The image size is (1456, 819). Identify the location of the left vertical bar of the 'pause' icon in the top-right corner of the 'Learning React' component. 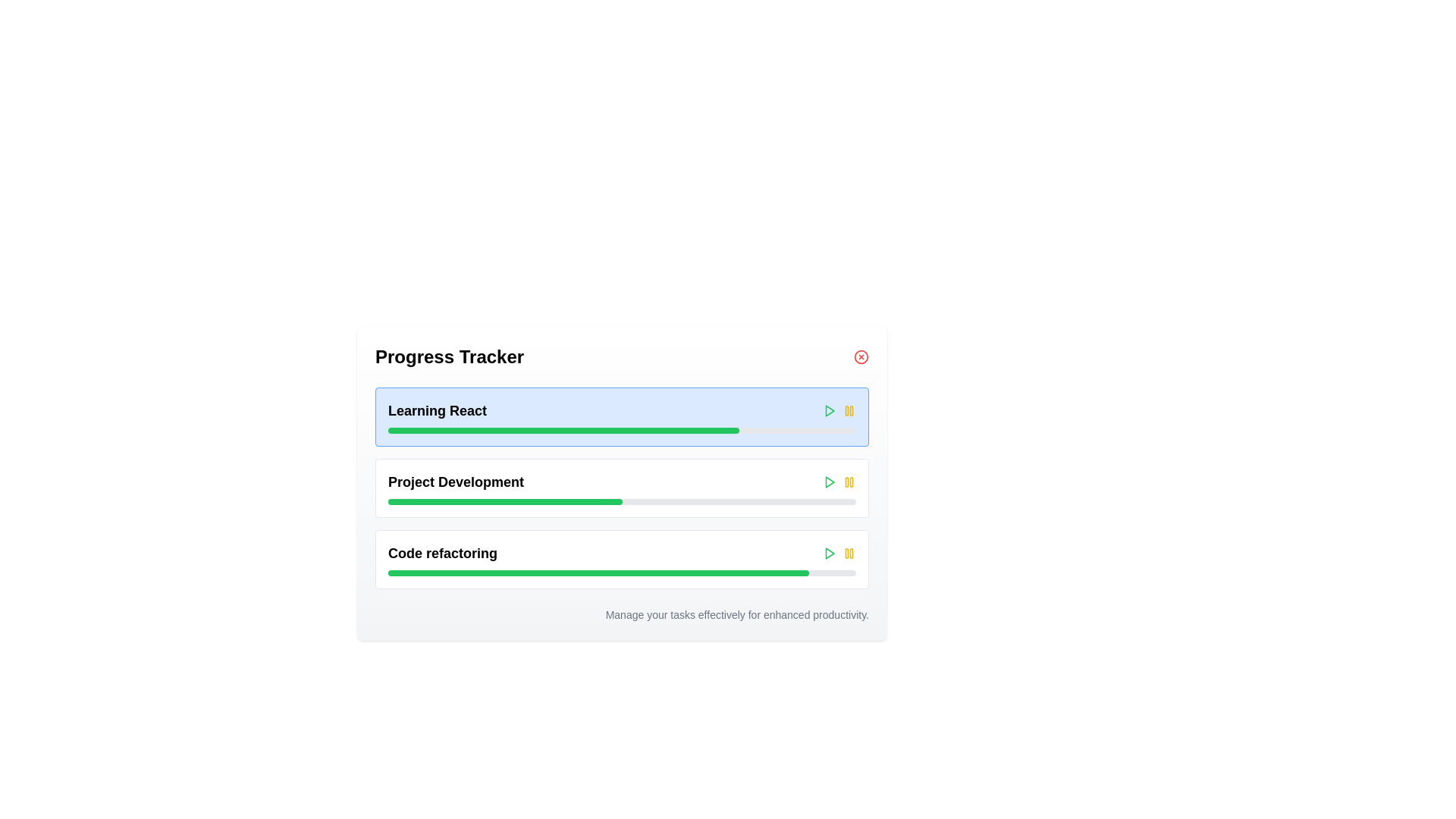
(846, 411).